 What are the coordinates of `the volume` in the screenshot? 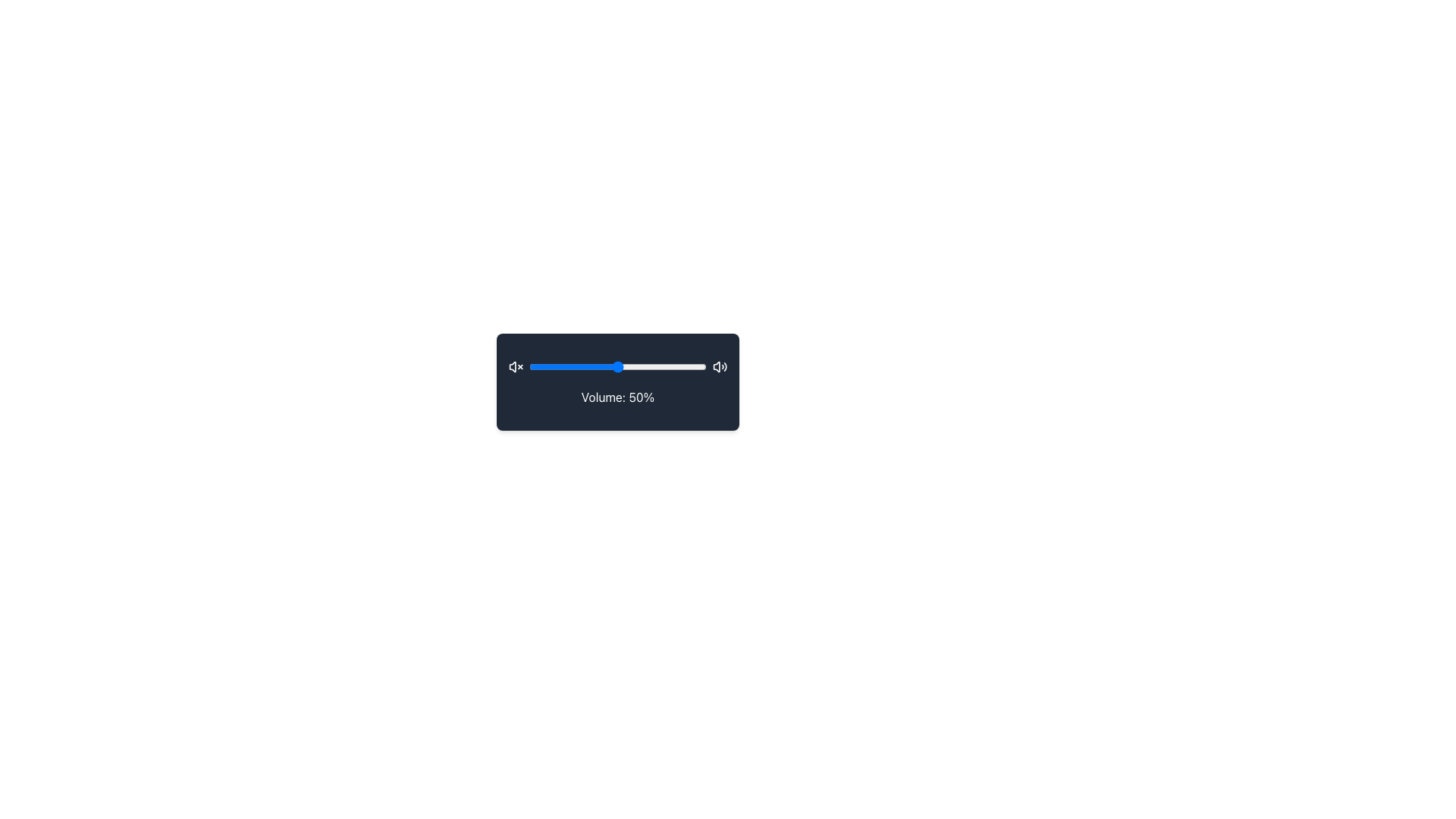 It's located at (658, 366).